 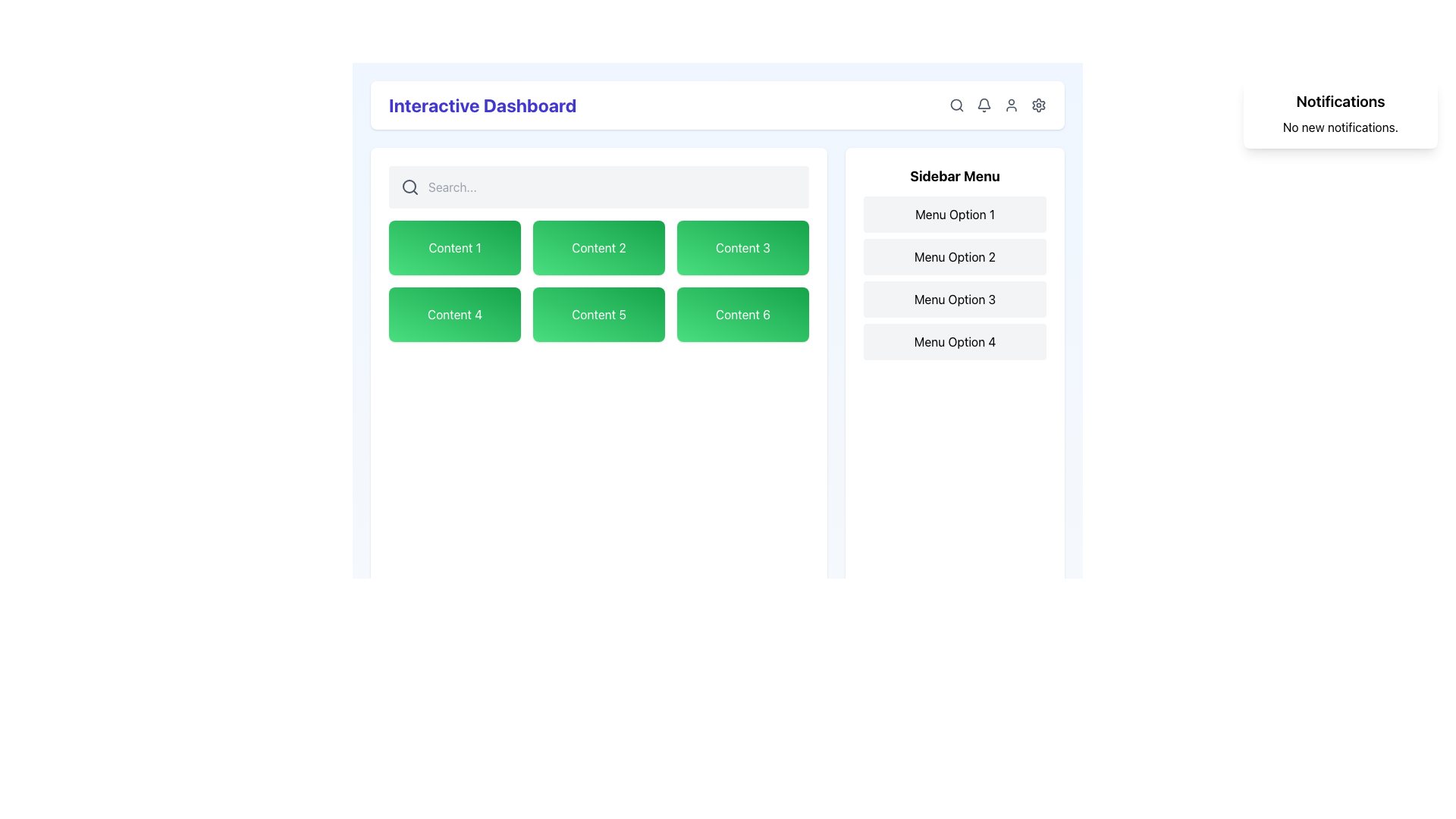 I want to click on the user profile silhouette icon in the top-right toolbar, so click(x=1012, y=104).